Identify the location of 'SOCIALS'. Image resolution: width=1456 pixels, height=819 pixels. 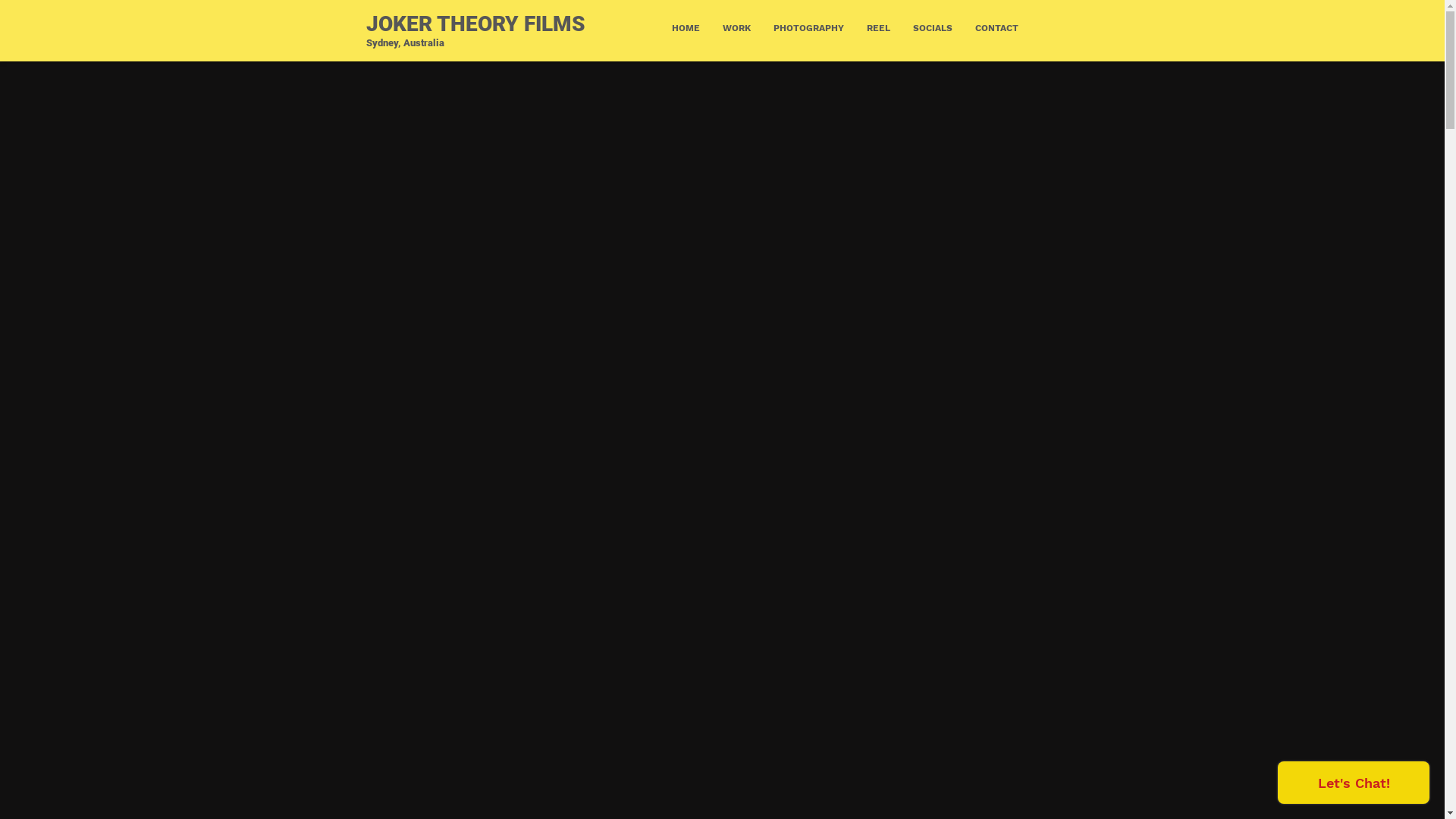
(901, 24).